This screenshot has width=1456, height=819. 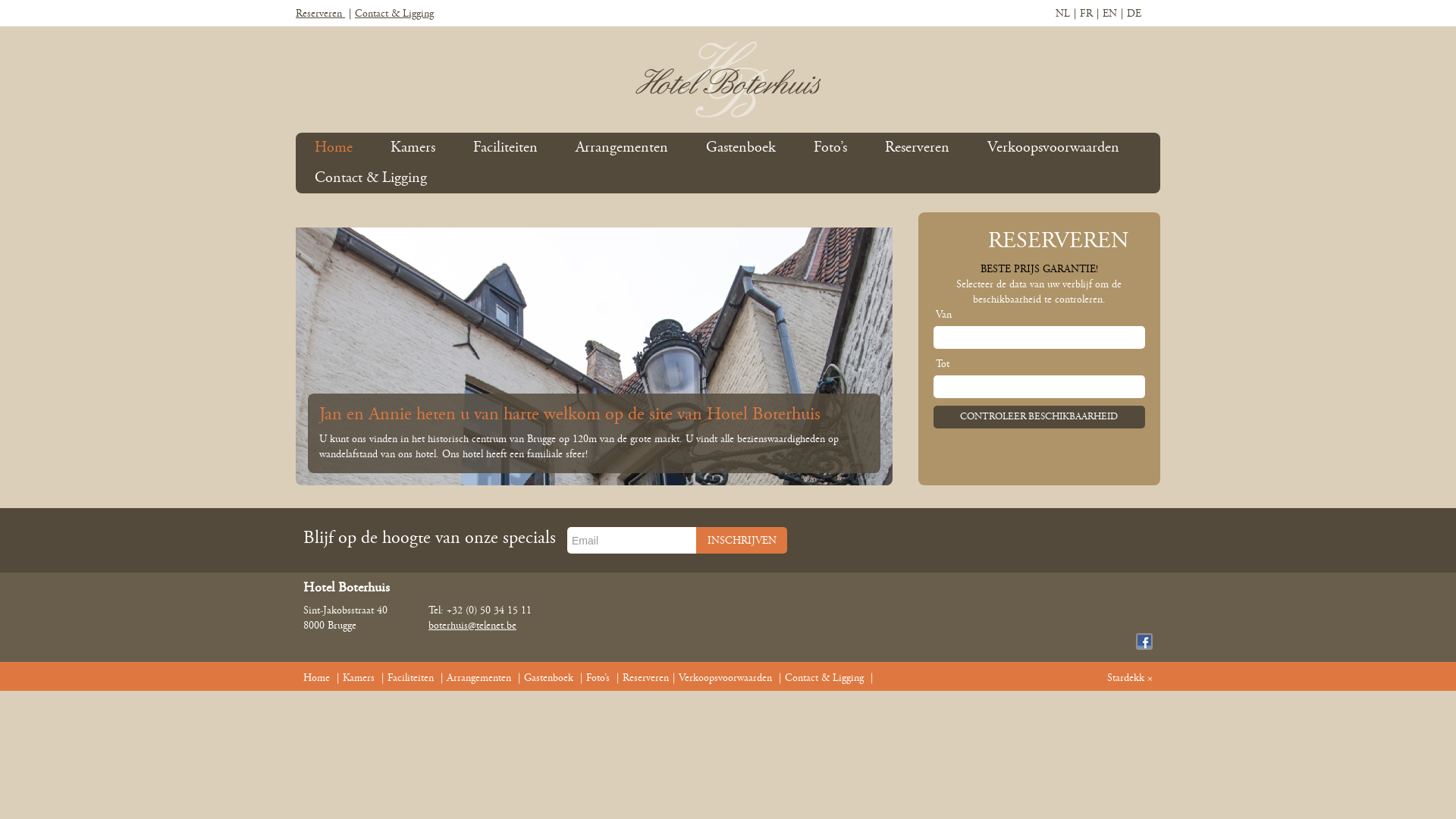 I want to click on 'Contact & Ligging', so click(x=371, y=177).